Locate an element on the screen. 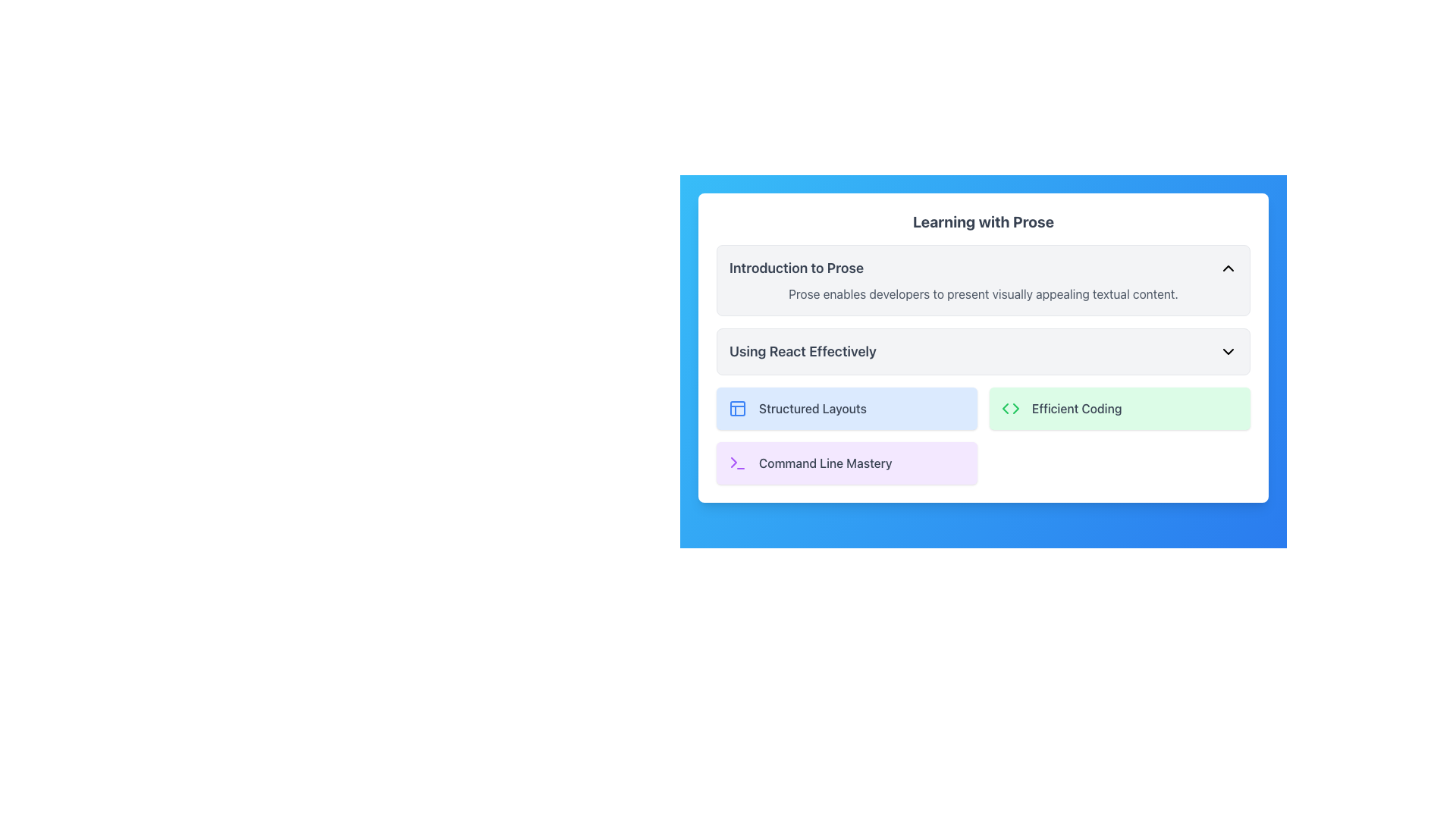 This screenshot has height=819, width=1456. bold heading labeled 'Introduction to Prose' located near the top-left side of the interface under 'Learning with Prose' is located at coordinates (795, 268).